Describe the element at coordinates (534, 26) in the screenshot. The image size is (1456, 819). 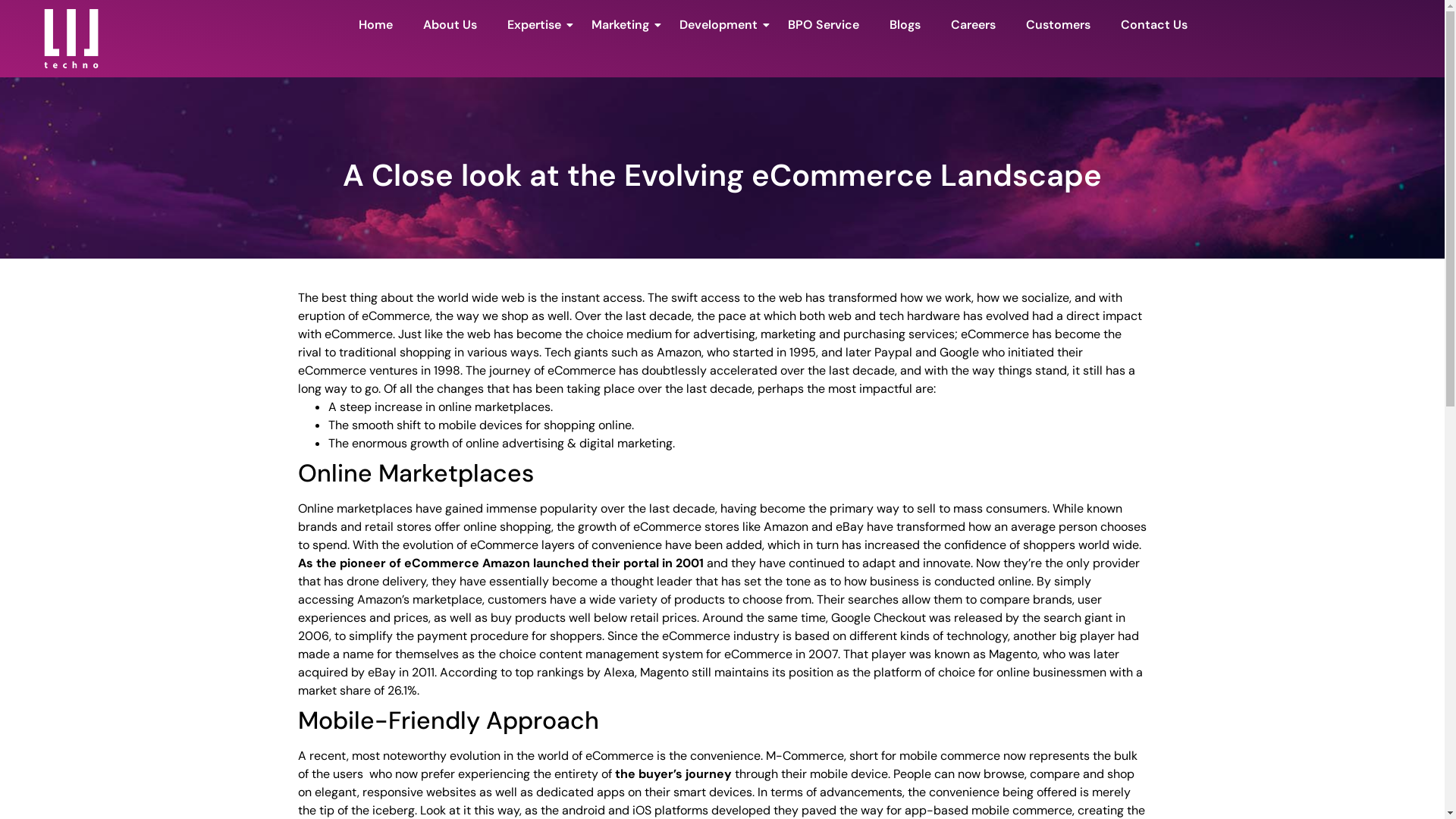
I see `'Expertise'` at that location.